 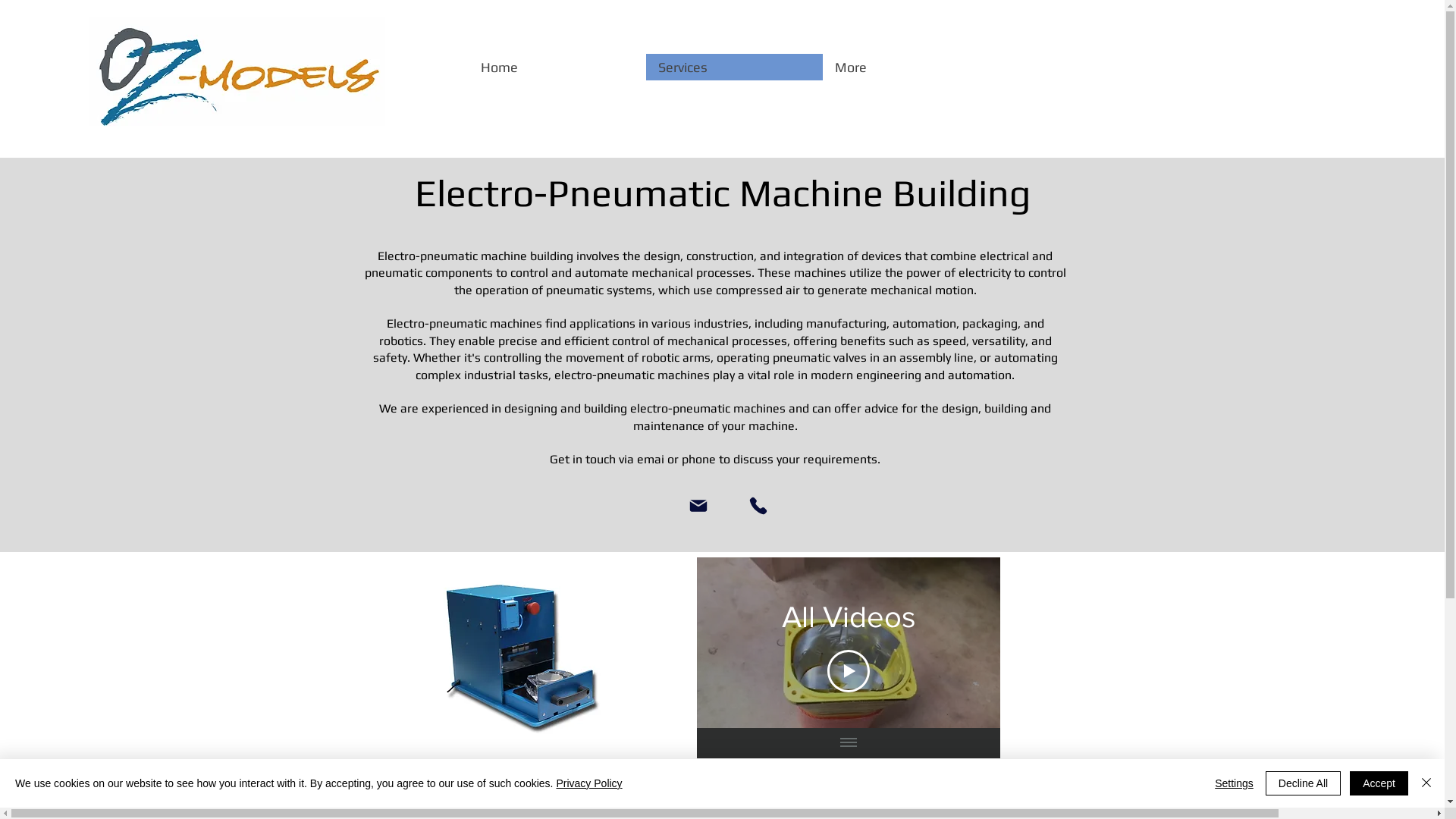 I want to click on 'Services', so click(x=734, y=66).